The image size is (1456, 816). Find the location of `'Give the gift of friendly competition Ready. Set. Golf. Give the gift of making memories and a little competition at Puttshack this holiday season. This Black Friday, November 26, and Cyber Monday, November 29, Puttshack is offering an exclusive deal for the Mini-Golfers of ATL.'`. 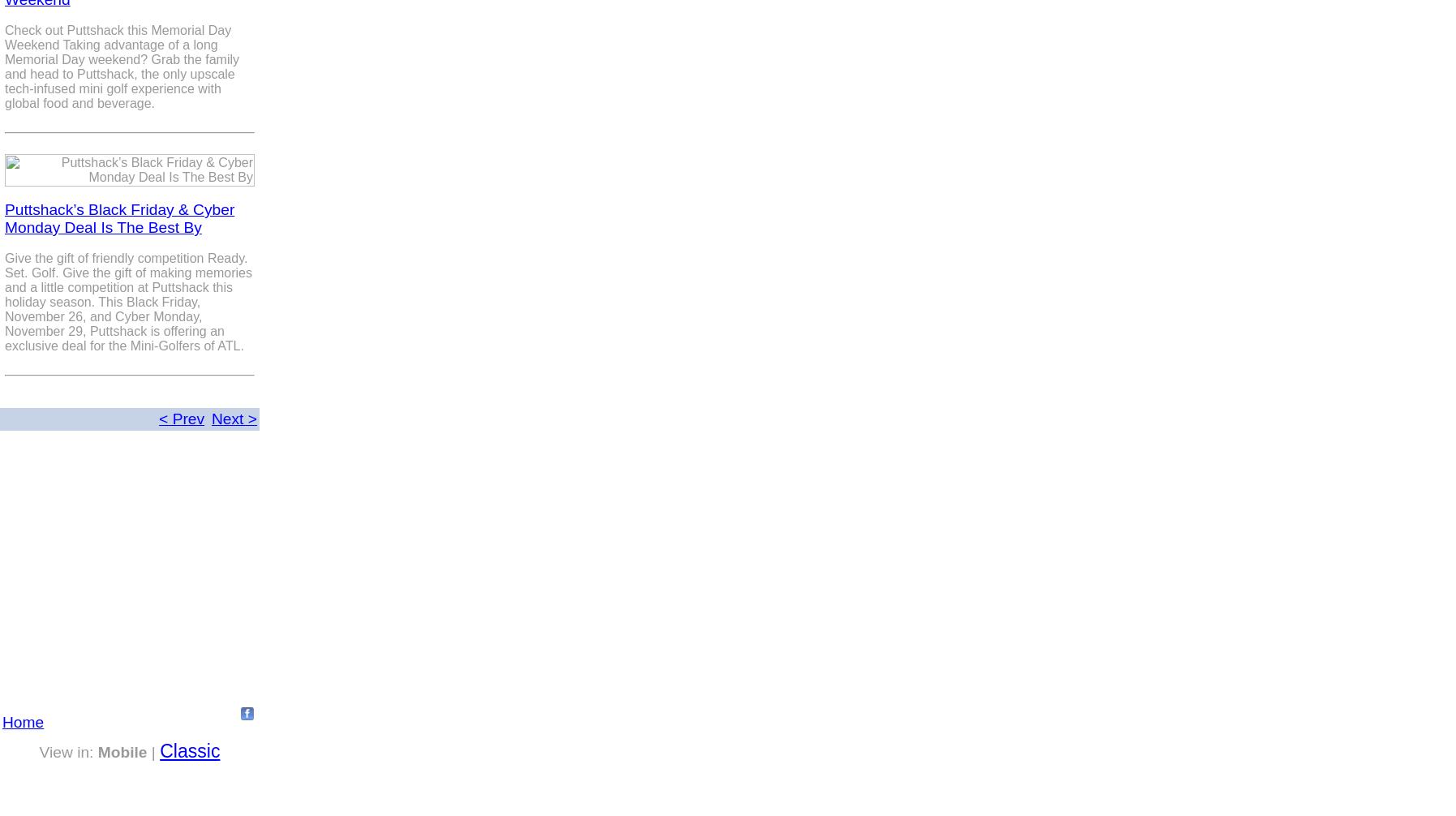

'Give the gift of friendly competition Ready. Set. Golf. Give the gift of making memories and a little competition at Puttshack this holiday season. This Black Friday, November 26, and Cyber Monday, November 29, Puttshack is offering an exclusive deal for the Mini-Golfers of ATL.' is located at coordinates (127, 301).